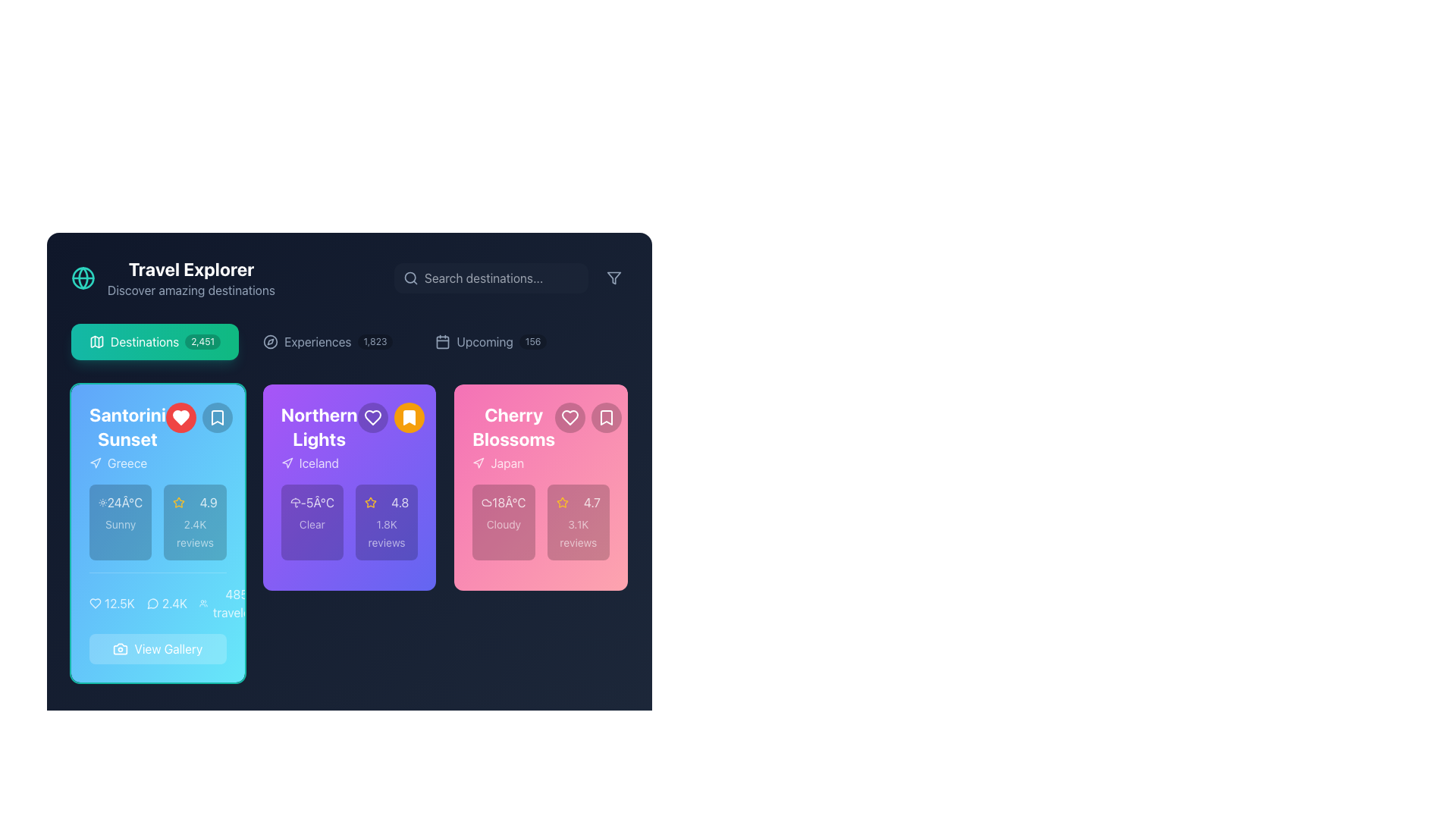  Describe the element at coordinates (174, 602) in the screenshot. I see `the text label '2.4K' displayed in white on a light blue background, located at the bottom-left corner of the 'Santorini Sunset' card` at that location.